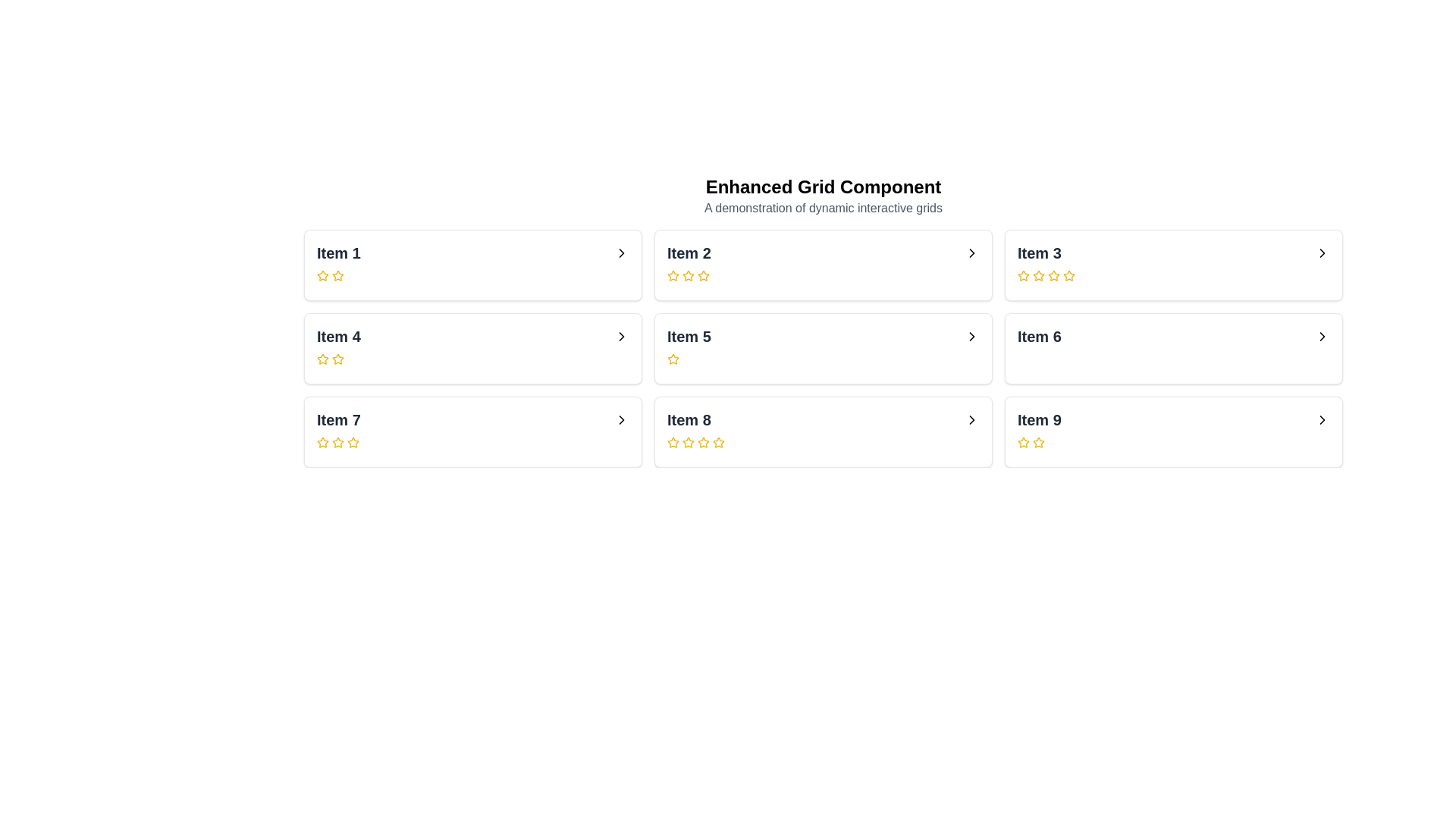  I want to click on the first star icon under 'Item 9' to rate it, so click(1023, 442).